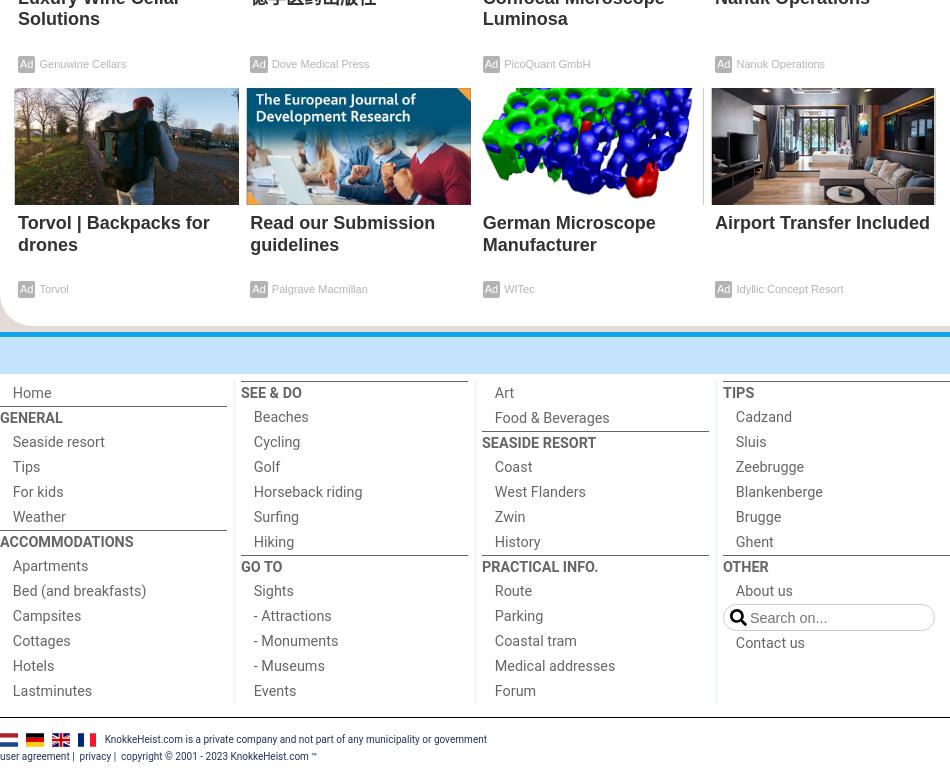  Describe the element at coordinates (722, 567) in the screenshot. I see `'Other'` at that location.